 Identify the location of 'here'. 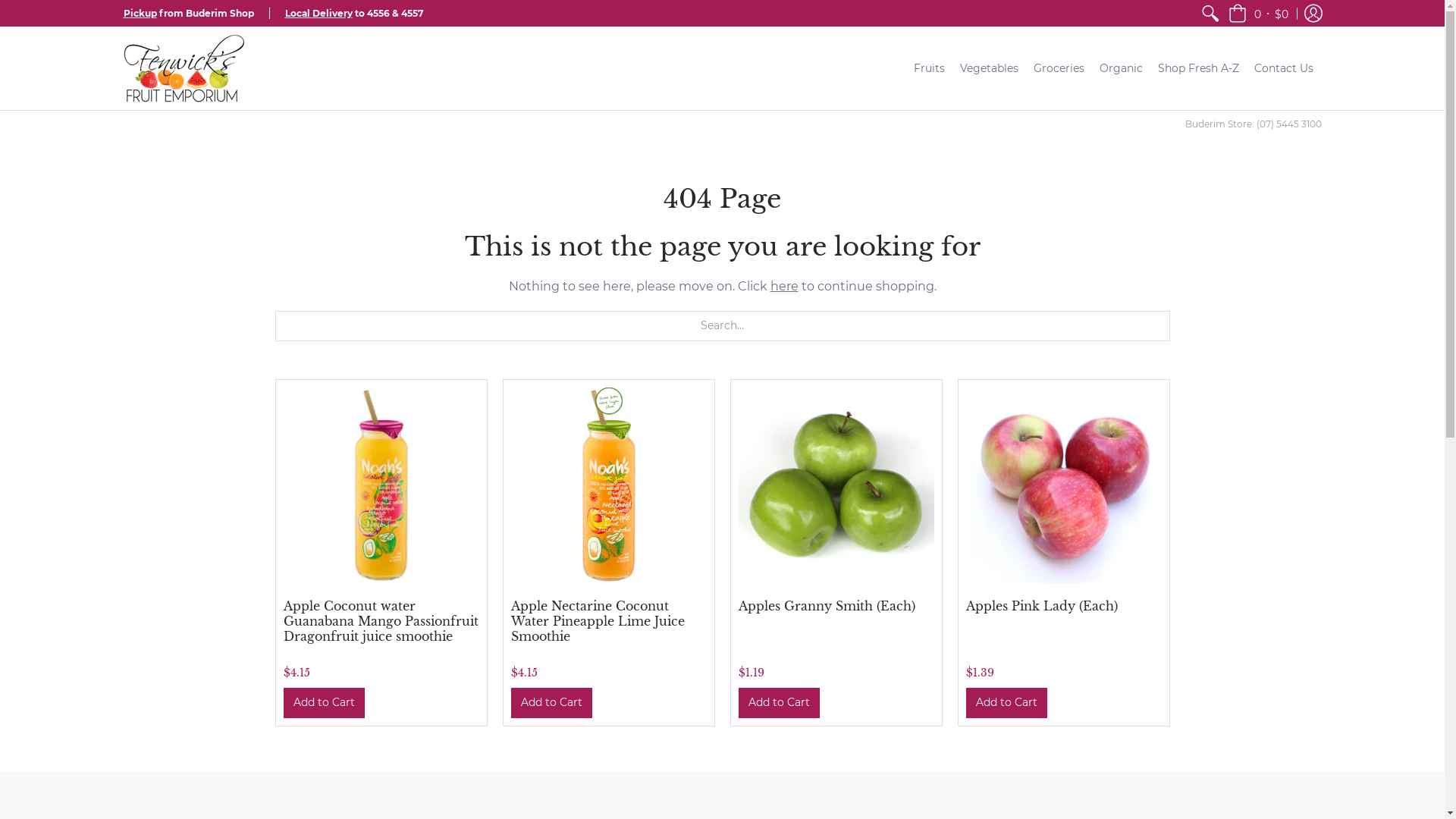
(770, 286).